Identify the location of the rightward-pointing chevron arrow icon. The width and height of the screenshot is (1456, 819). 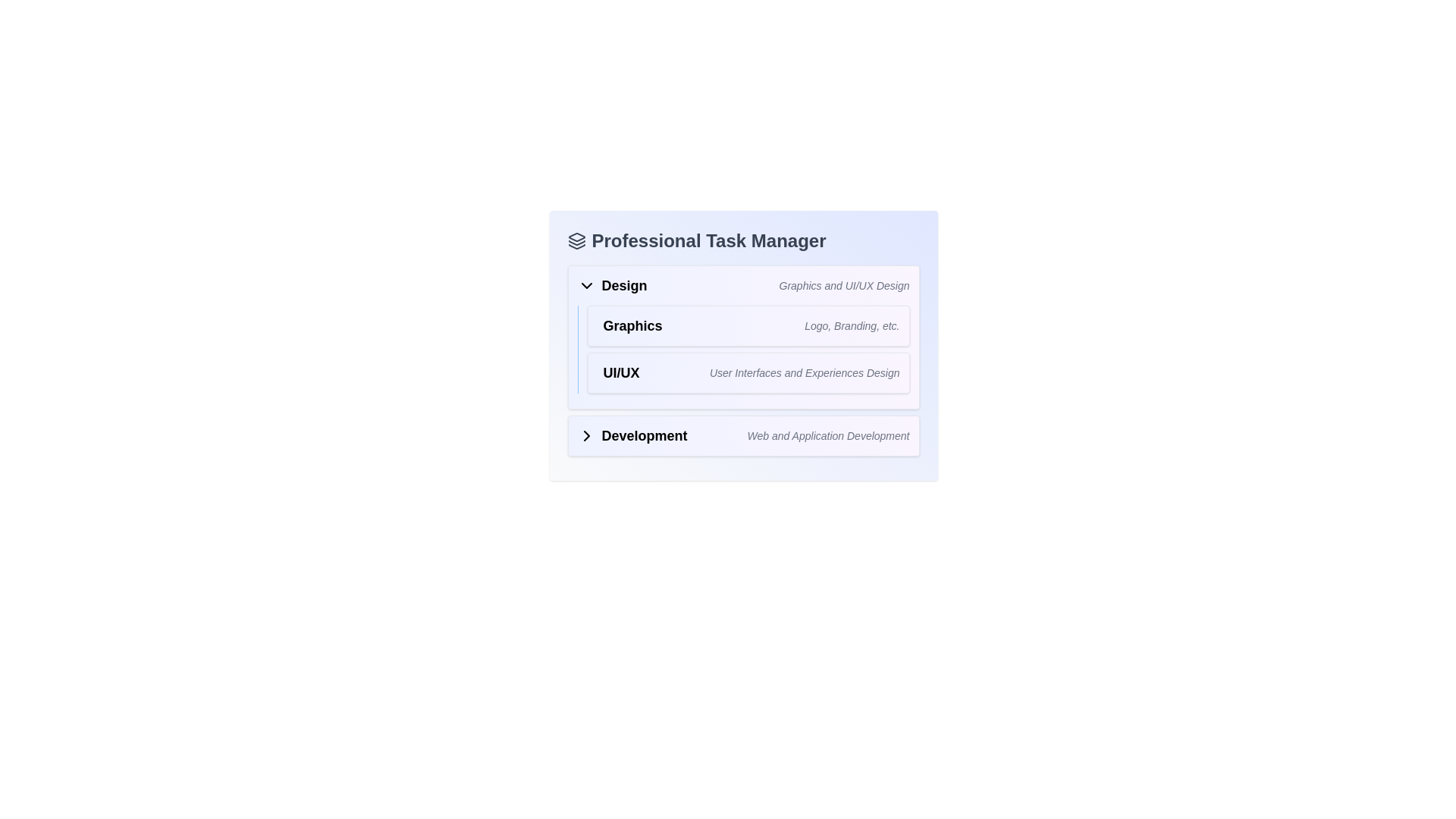
(585, 435).